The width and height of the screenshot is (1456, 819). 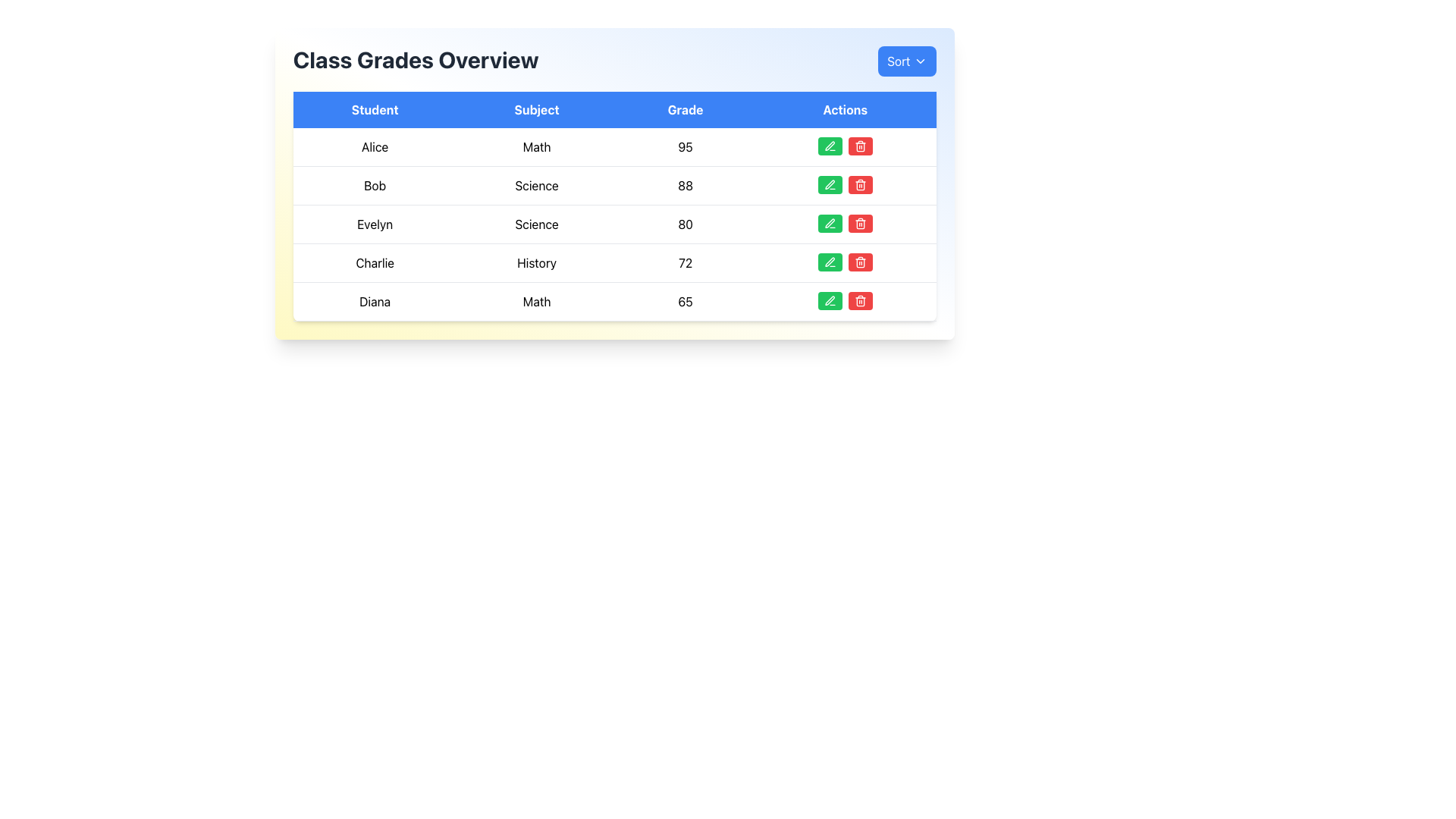 I want to click on the Text label displaying the grade value '65' for the 'Diana' entry in the 'Grade' column of the table, so click(x=685, y=301).